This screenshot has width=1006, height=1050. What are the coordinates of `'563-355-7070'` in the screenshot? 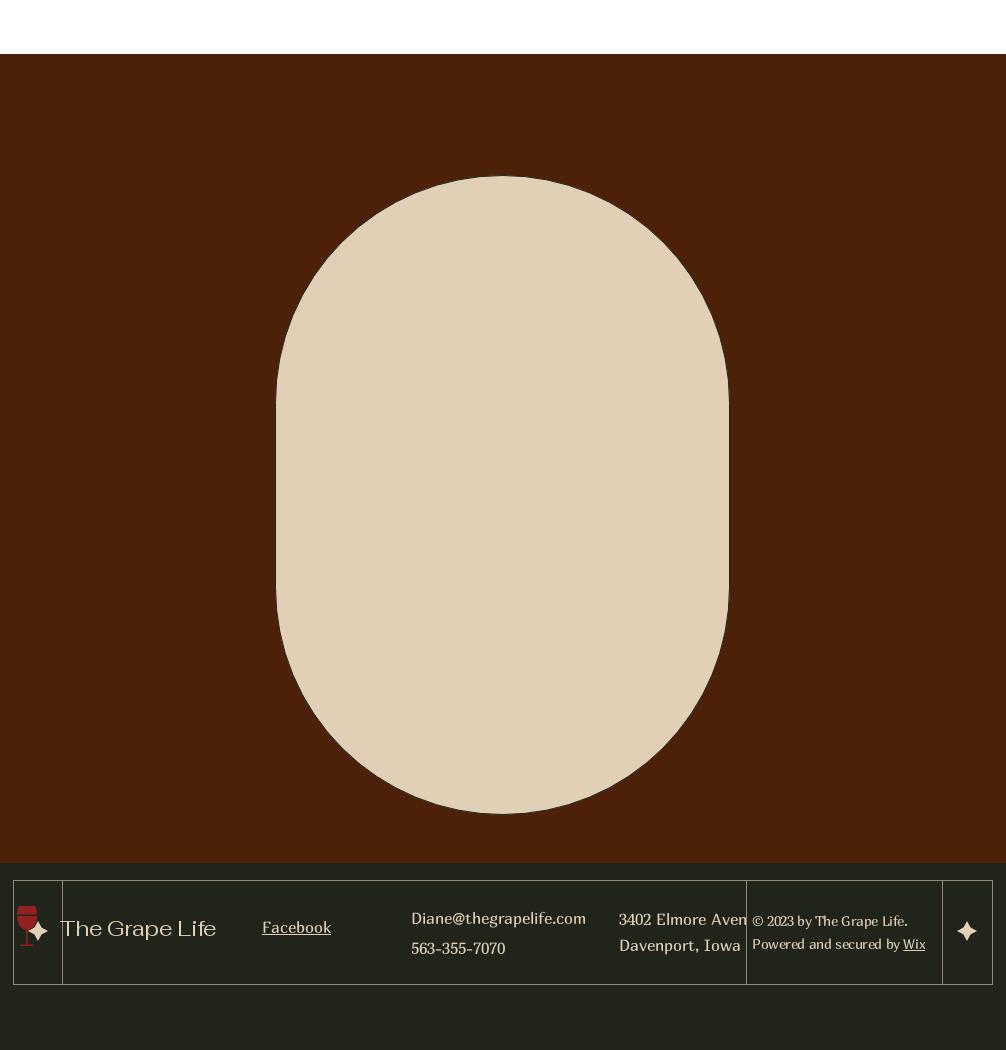 It's located at (457, 945).